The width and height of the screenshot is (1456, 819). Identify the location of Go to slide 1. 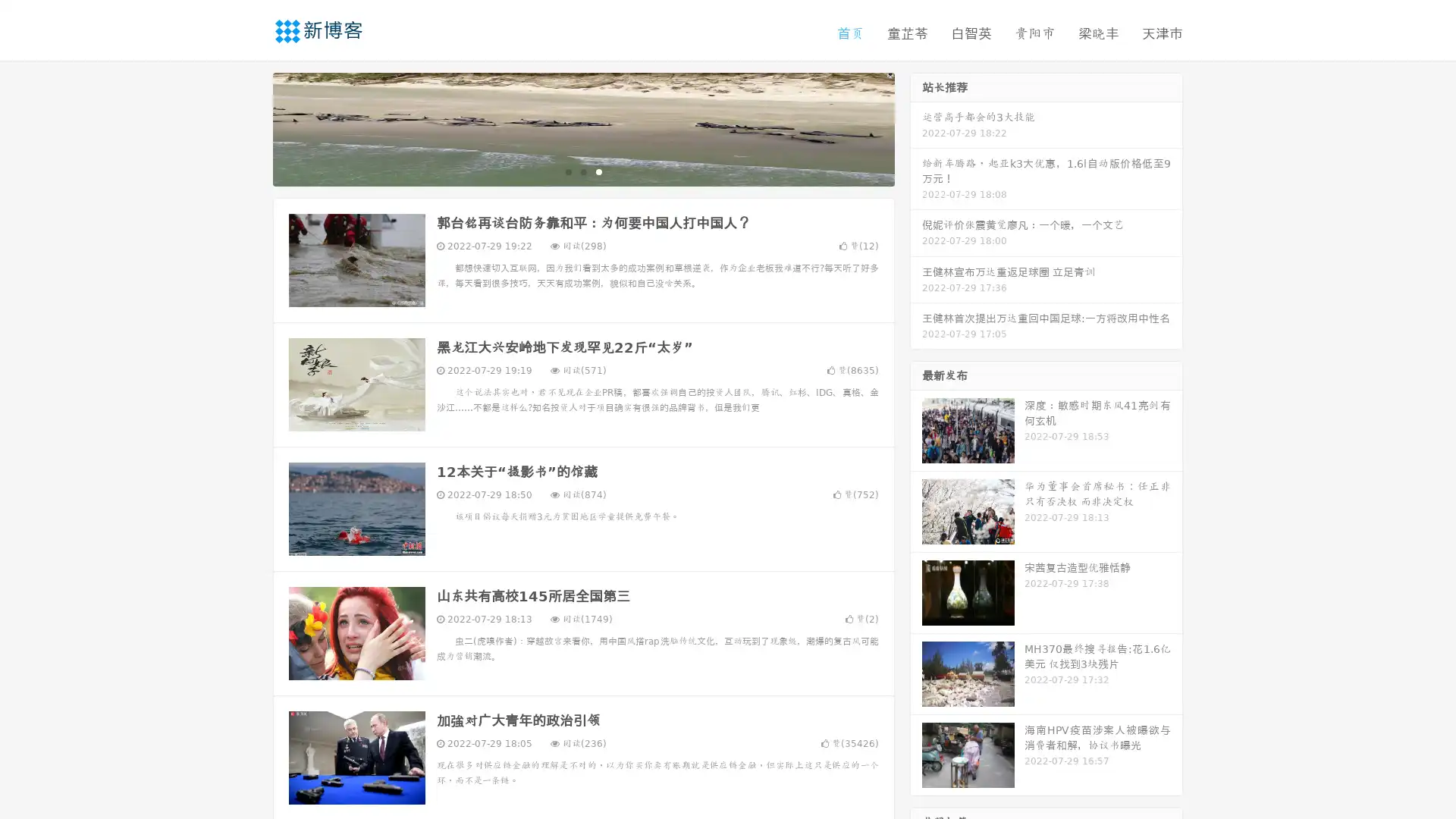
(567, 171).